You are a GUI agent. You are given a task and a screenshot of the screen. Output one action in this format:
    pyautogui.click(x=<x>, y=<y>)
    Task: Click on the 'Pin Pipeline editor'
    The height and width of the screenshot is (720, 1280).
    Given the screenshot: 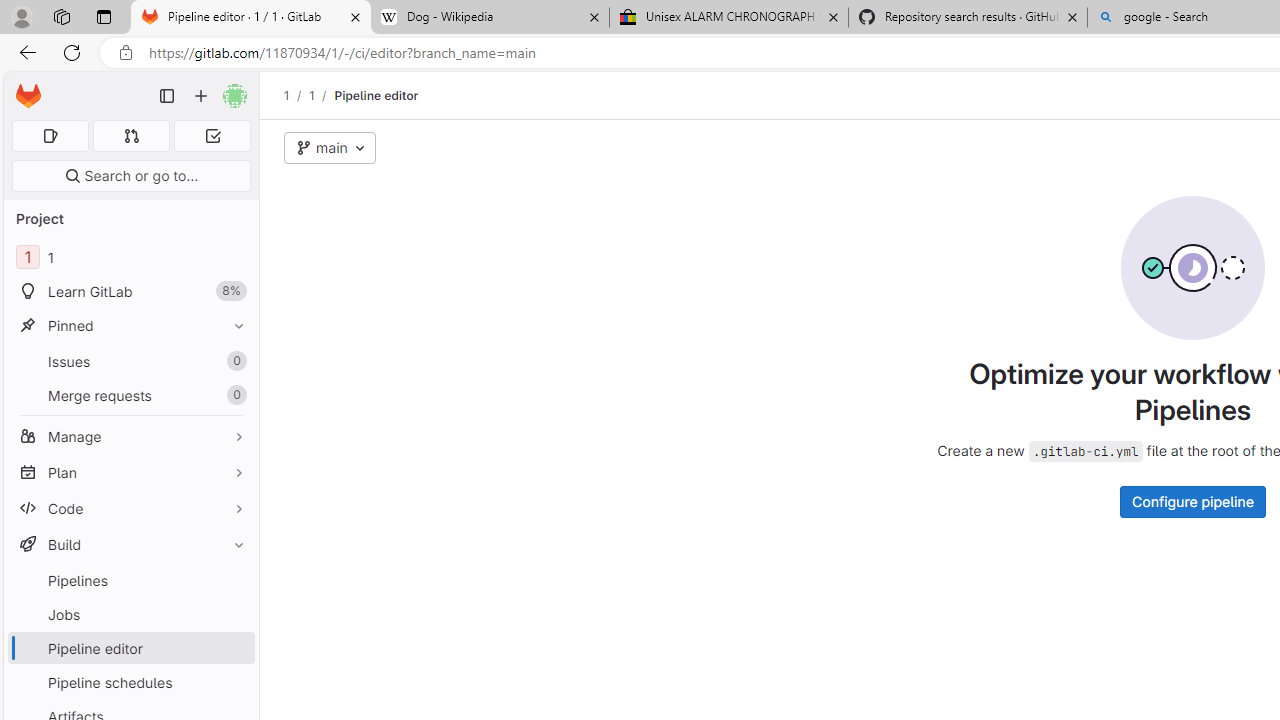 What is the action you would take?
    pyautogui.click(x=234, y=648)
    